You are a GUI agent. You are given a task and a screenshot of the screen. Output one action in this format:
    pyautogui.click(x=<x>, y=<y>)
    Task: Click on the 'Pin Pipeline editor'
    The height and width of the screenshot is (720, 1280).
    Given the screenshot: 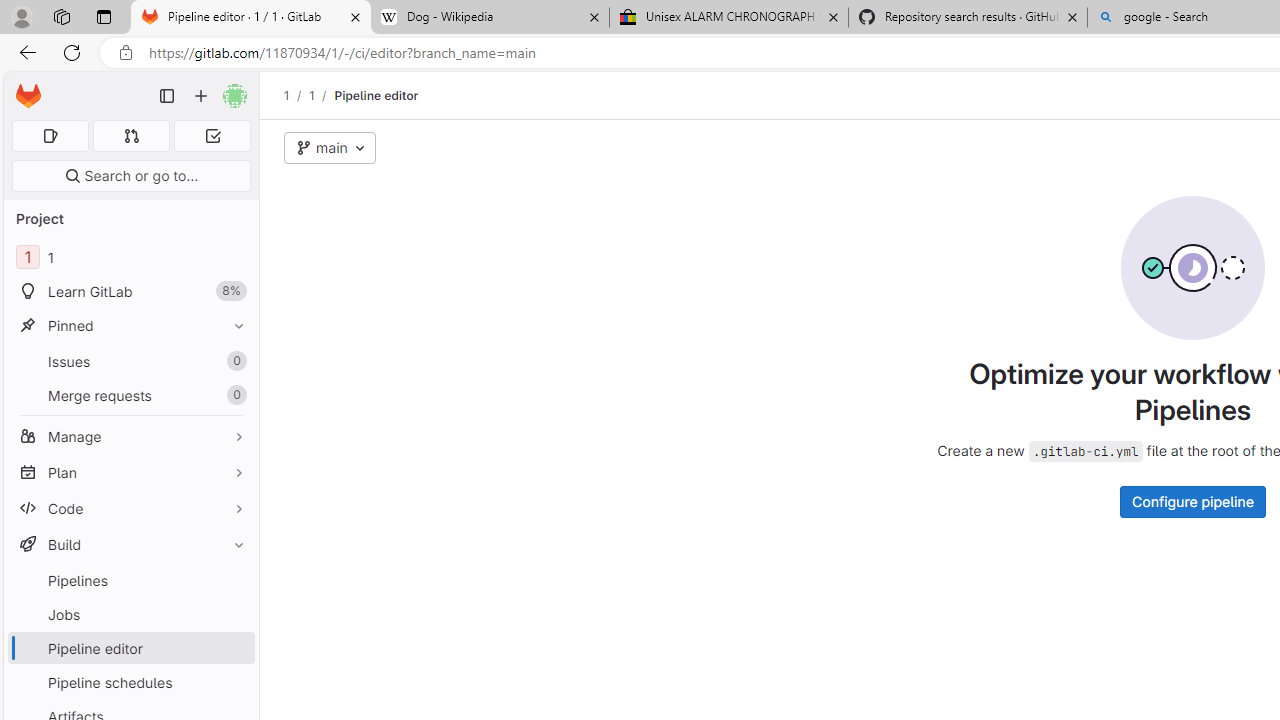 What is the action you would take?
    pyautogui.click(x=234, y=648)
    